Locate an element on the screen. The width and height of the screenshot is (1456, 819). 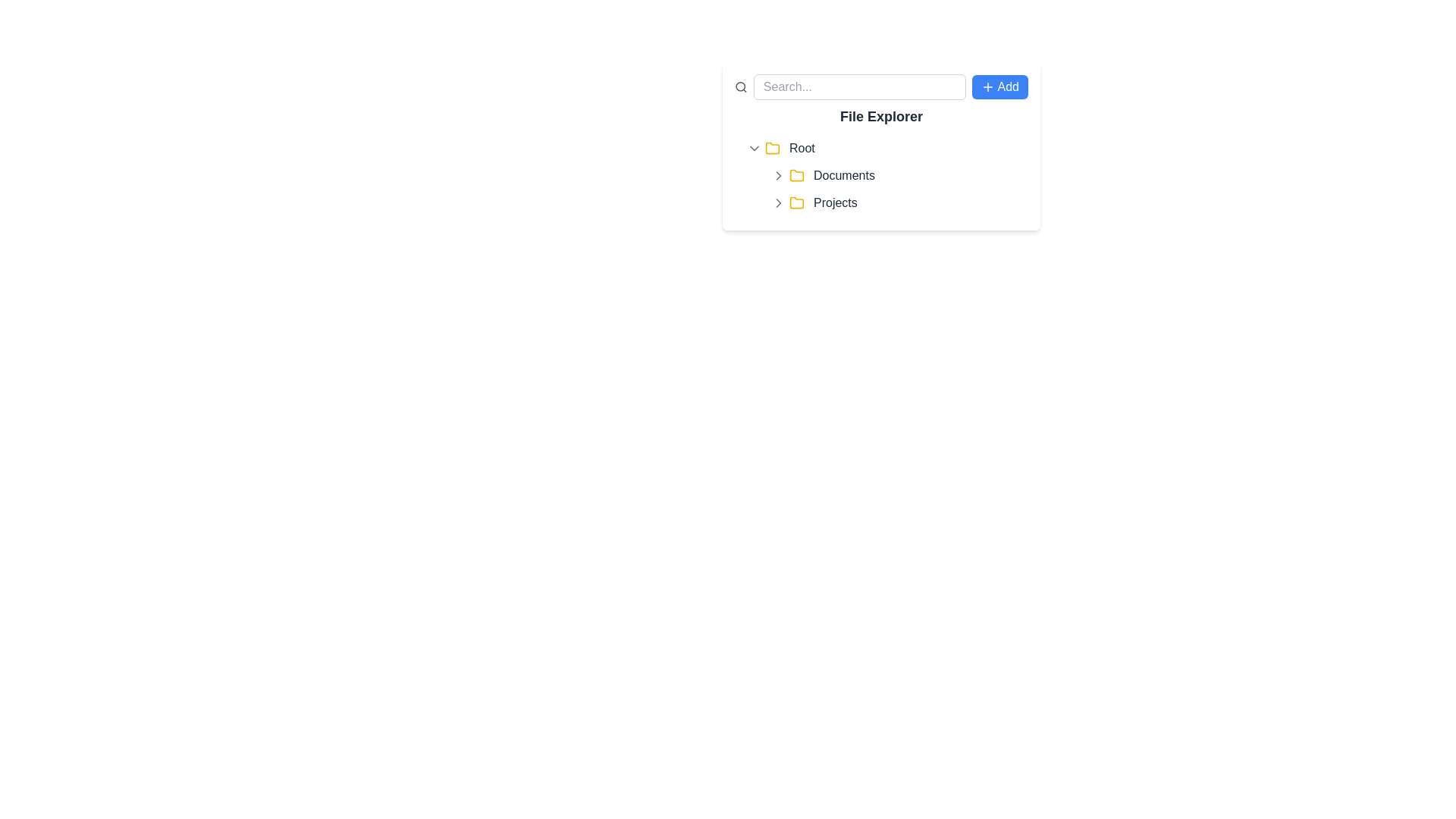
the plus sign icon located inside the 'Add' button, which is styled as a blue rounded rectangle is located at coordinates (987, 87).